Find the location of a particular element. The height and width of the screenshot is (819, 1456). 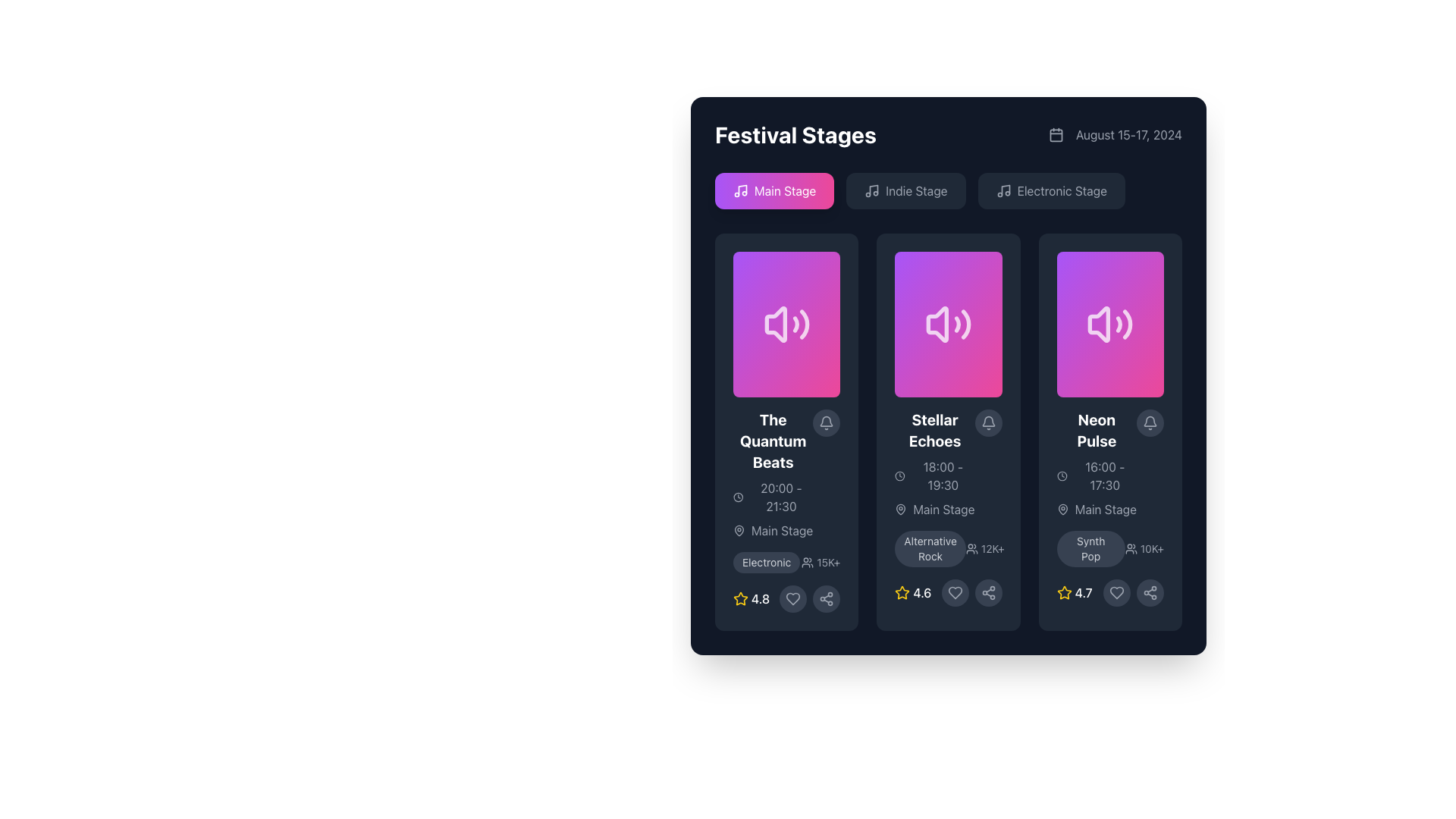

the pill-shaped label displaying 'Alternative Rock', positioned in the middle card below the title and metadata, aligned near the bottom center of the card is located at coordinates (930, 549).